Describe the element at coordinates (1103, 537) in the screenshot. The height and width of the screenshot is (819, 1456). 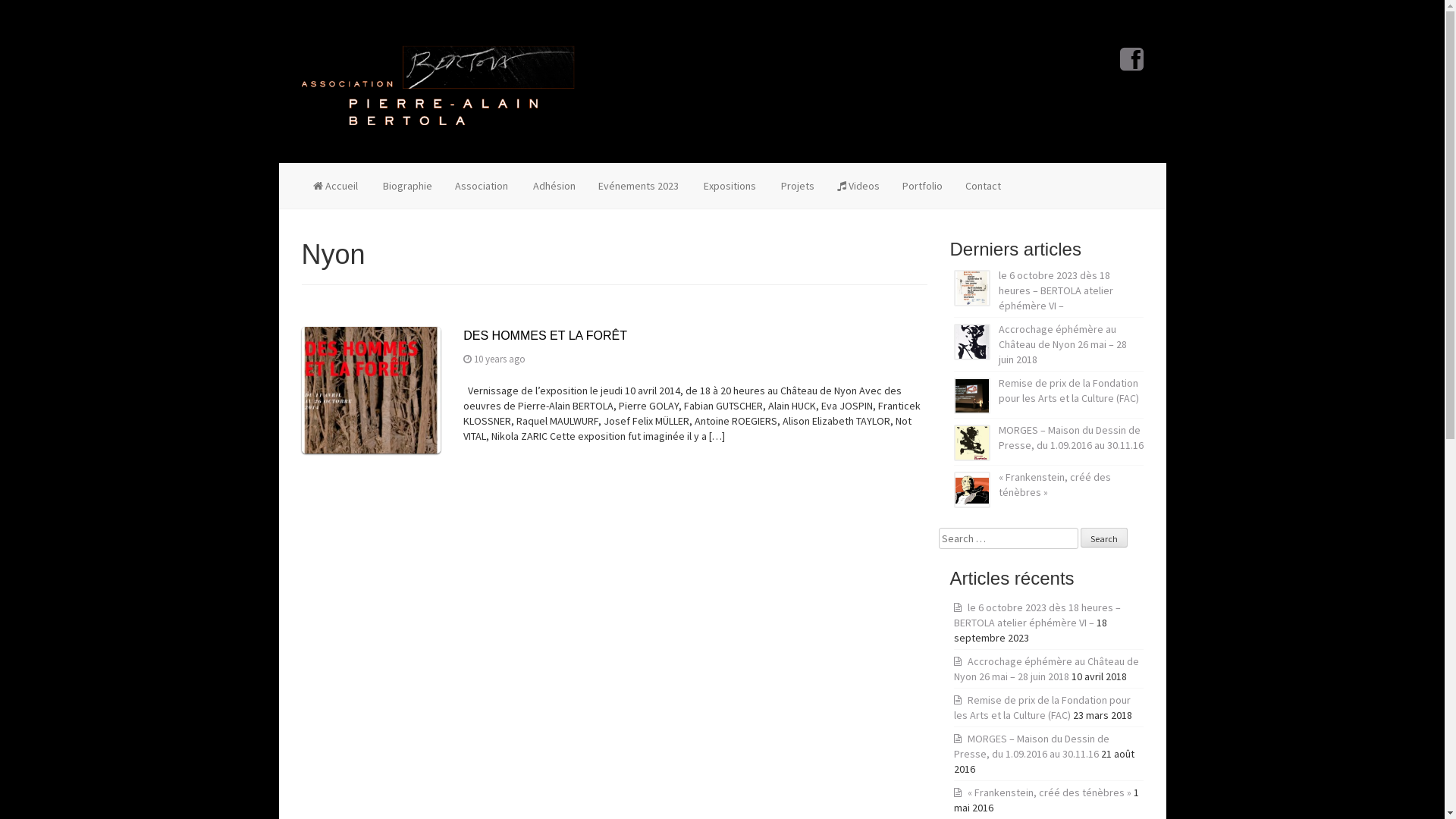
I see `'Search'` at that location.